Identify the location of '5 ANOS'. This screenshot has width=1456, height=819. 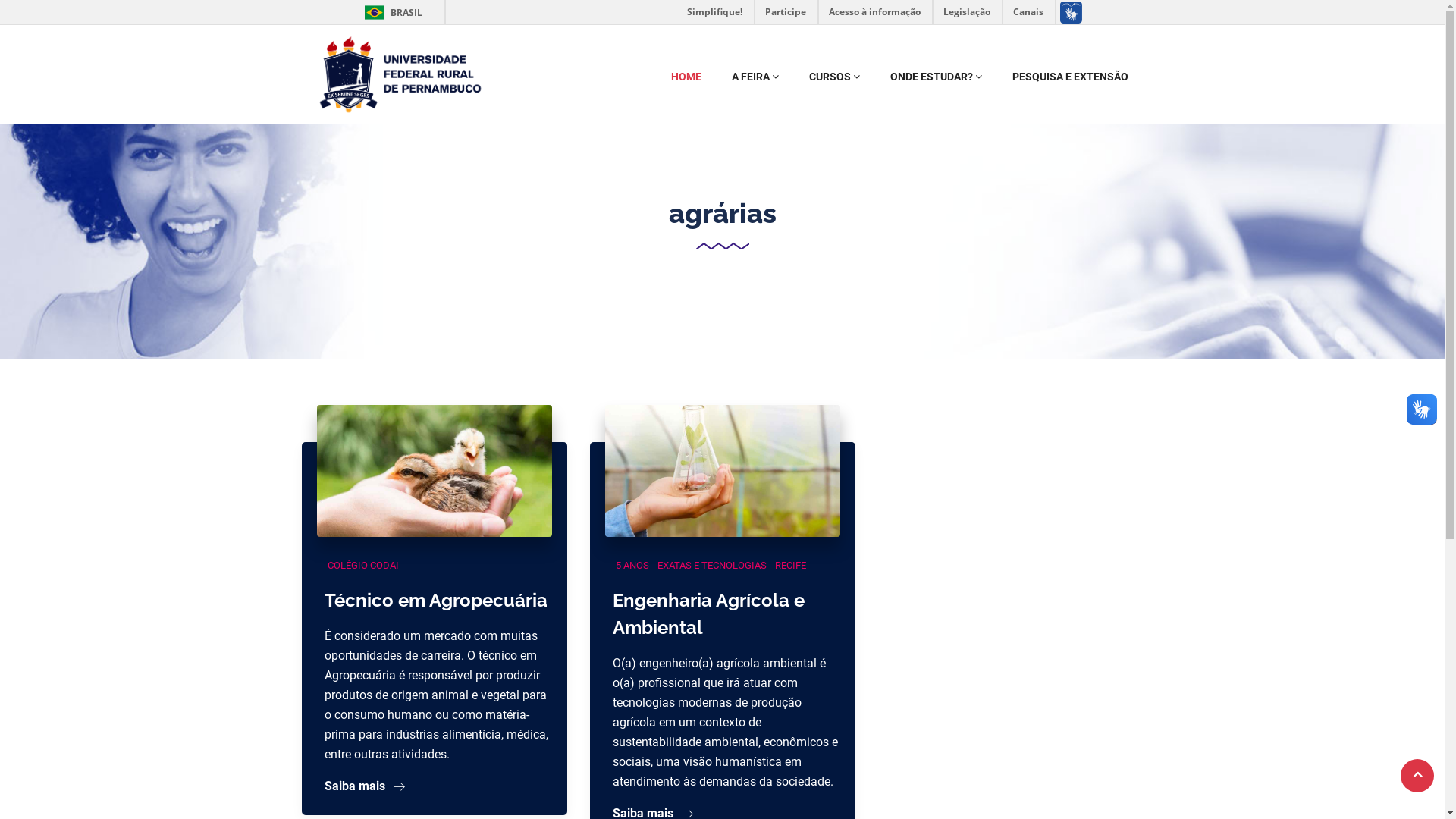
(612, 565).